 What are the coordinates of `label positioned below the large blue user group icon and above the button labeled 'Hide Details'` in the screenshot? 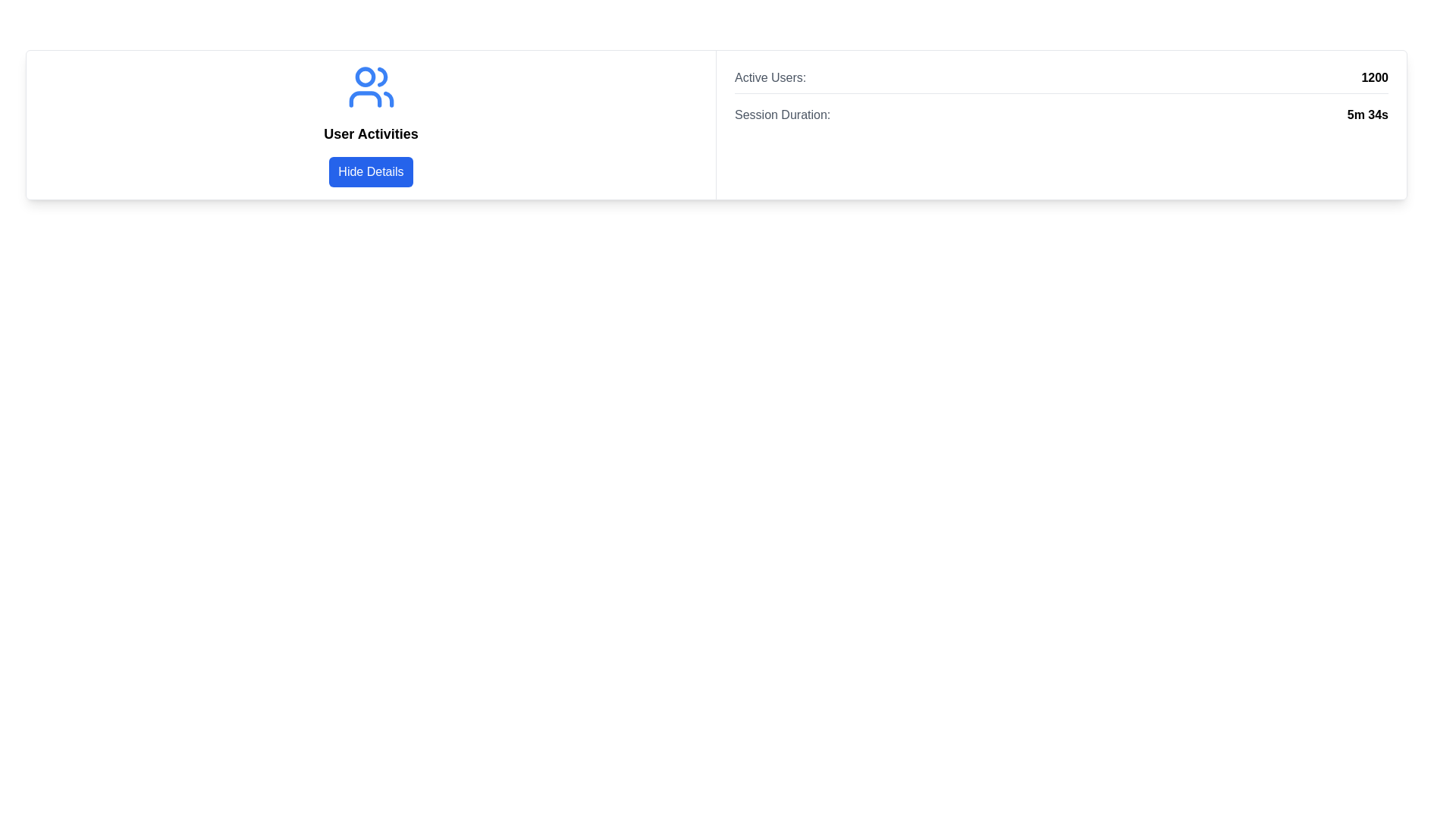 It's located at (371, 133).